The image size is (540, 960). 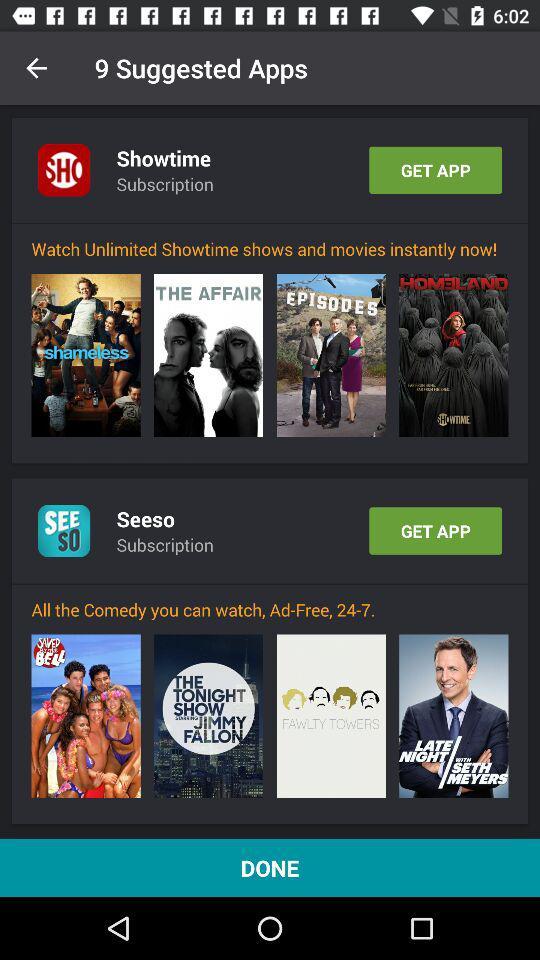 I want to click on icon below all the comedy item, so click(x=453, y=716).